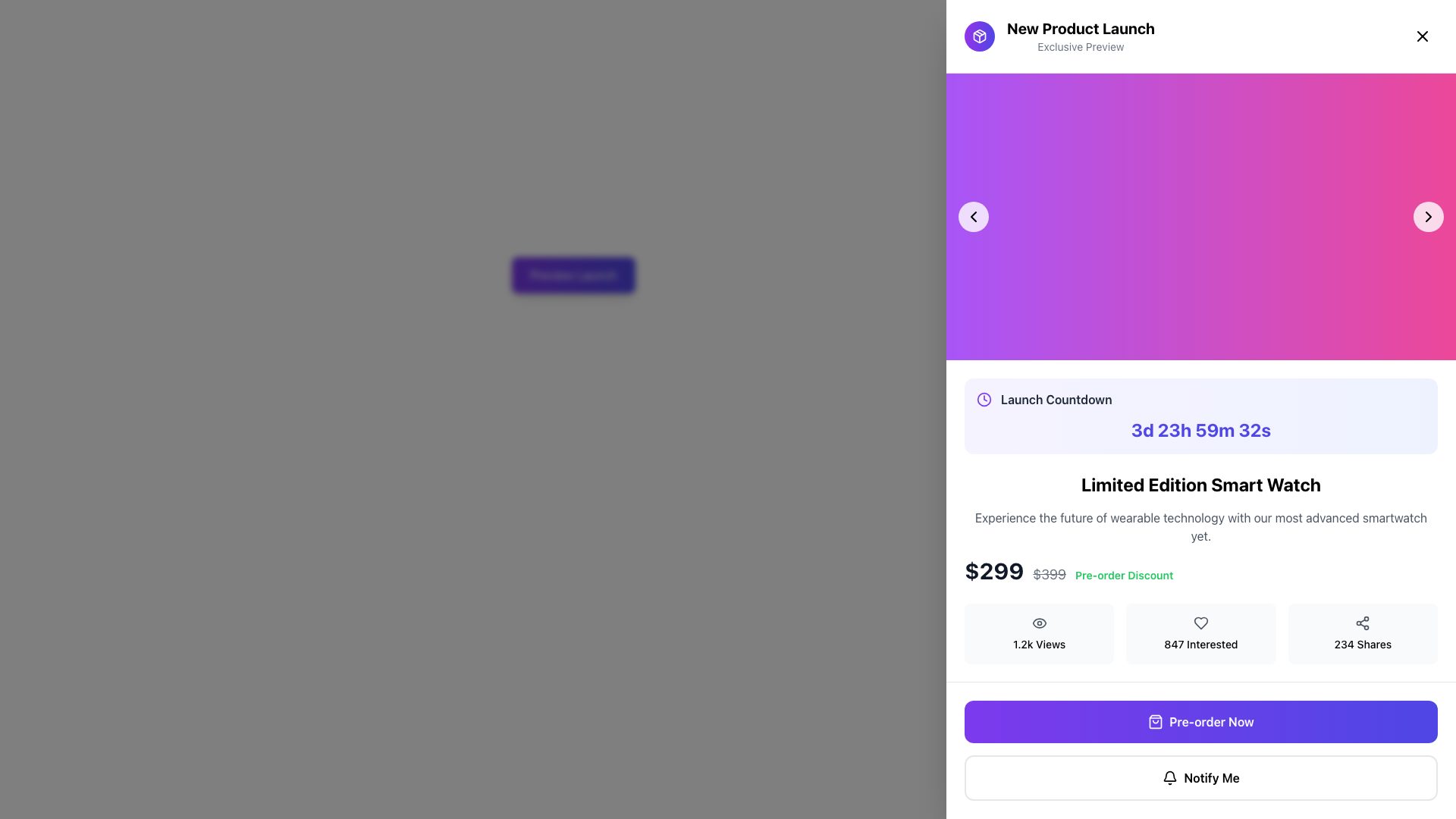 The width and height of the screenshot is (1456, 819). Describe the element at coordinates (1200, 623) in the screenshot. I see `the heart icon in the middle of the group of three icons near the bottom of the card labeled '847 Interested'` at that location.